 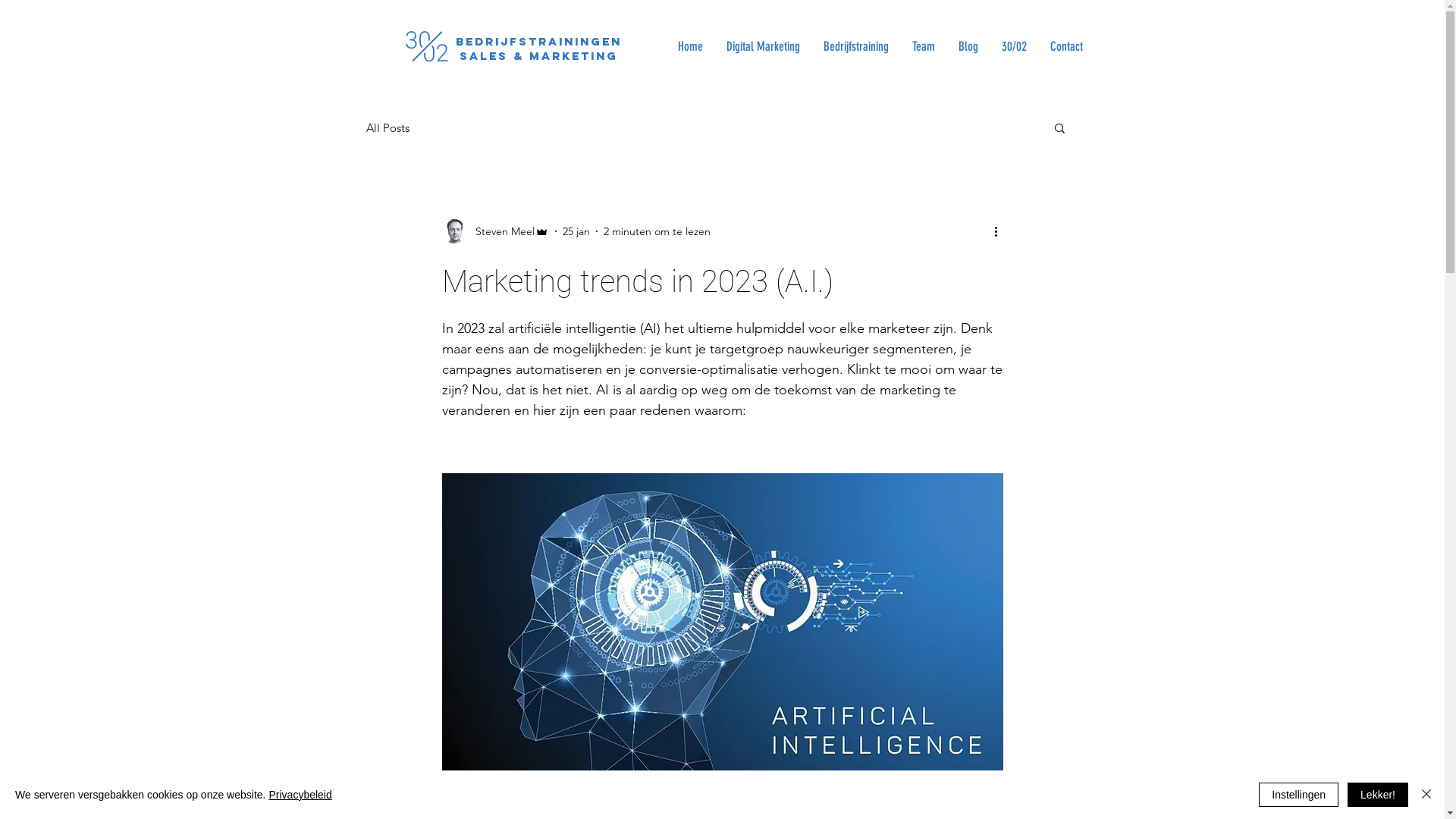 I want to click on 'Contact', so click(x=1065, y=45).